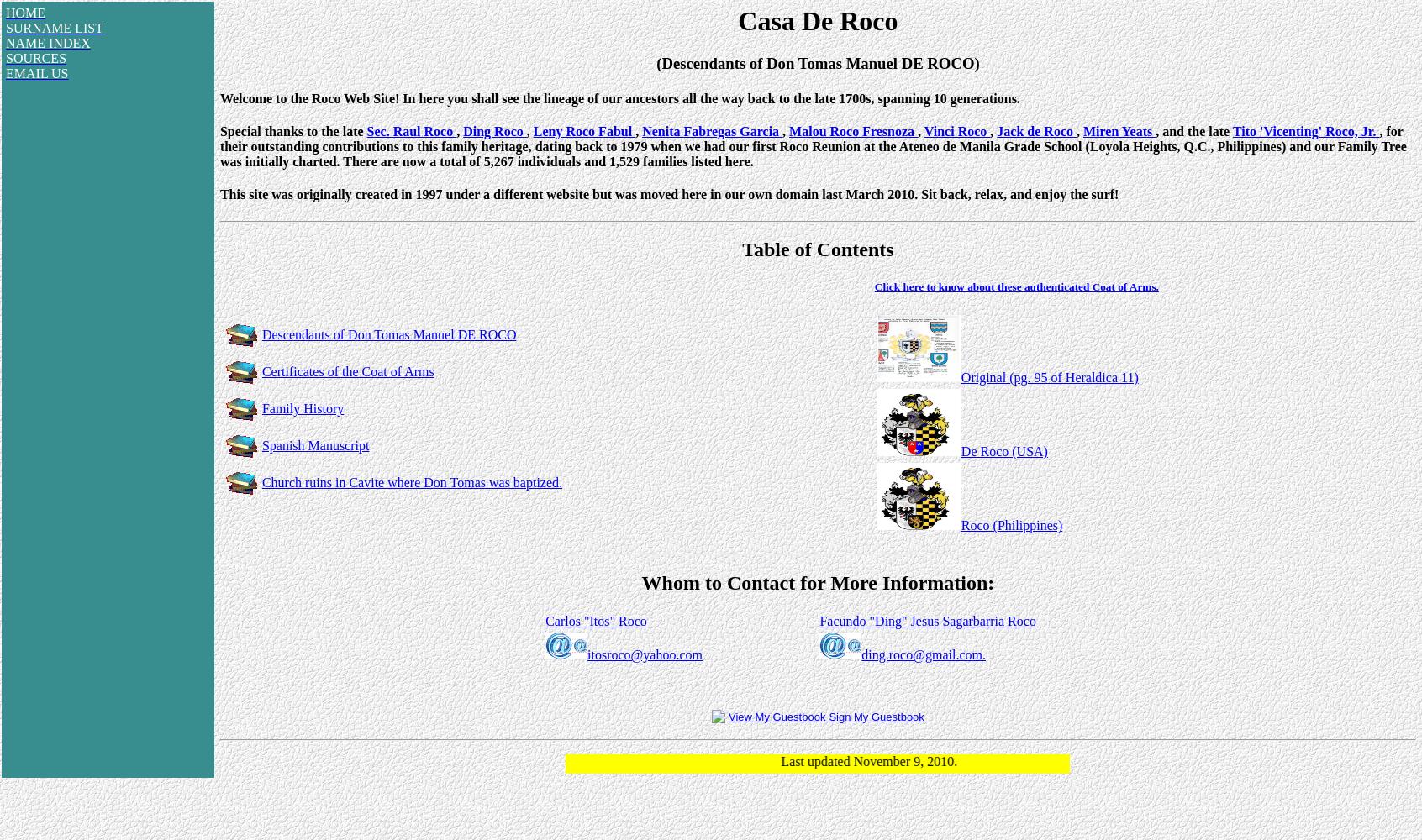 The height and width of the screenshot is (840, 1422). I want to click on 'Spanish Manuscript', so click(314, 445).